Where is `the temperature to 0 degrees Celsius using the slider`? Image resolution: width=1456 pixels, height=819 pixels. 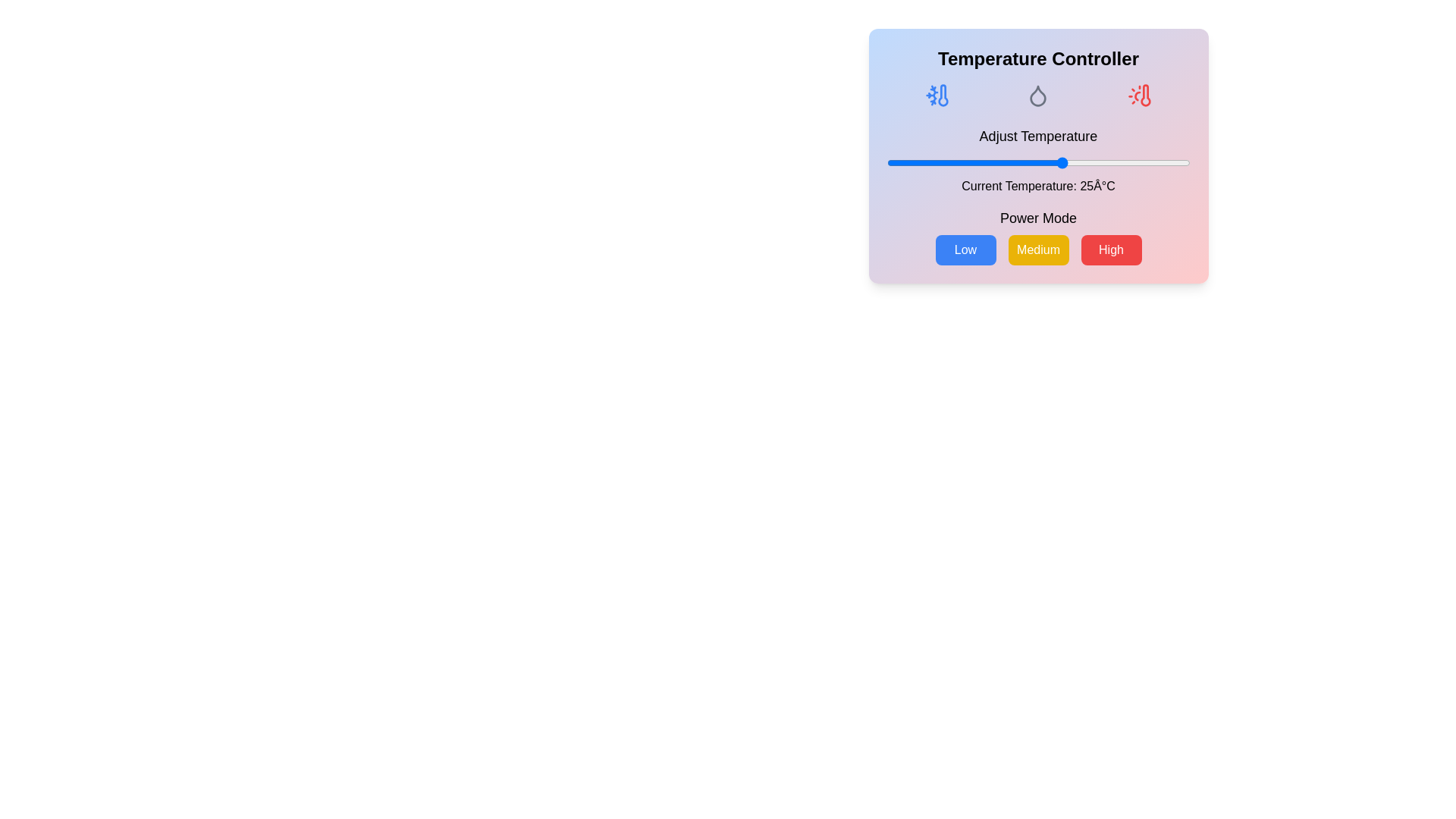
the temperature to 0 degrees Celsius using the slider is located at coordinates (937, 163).